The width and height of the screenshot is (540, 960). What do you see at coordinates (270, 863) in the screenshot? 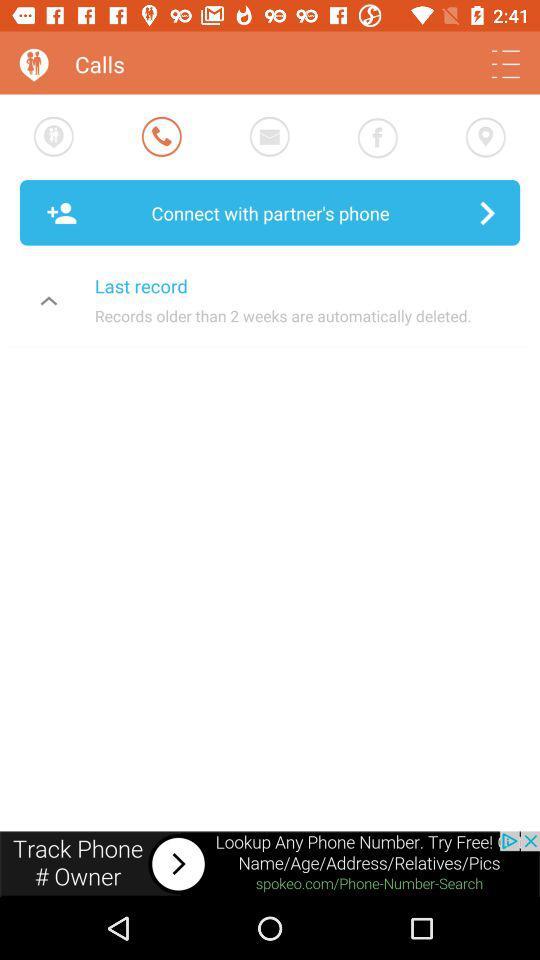
I see `visit advertiser` at bounding box center [270, 863].